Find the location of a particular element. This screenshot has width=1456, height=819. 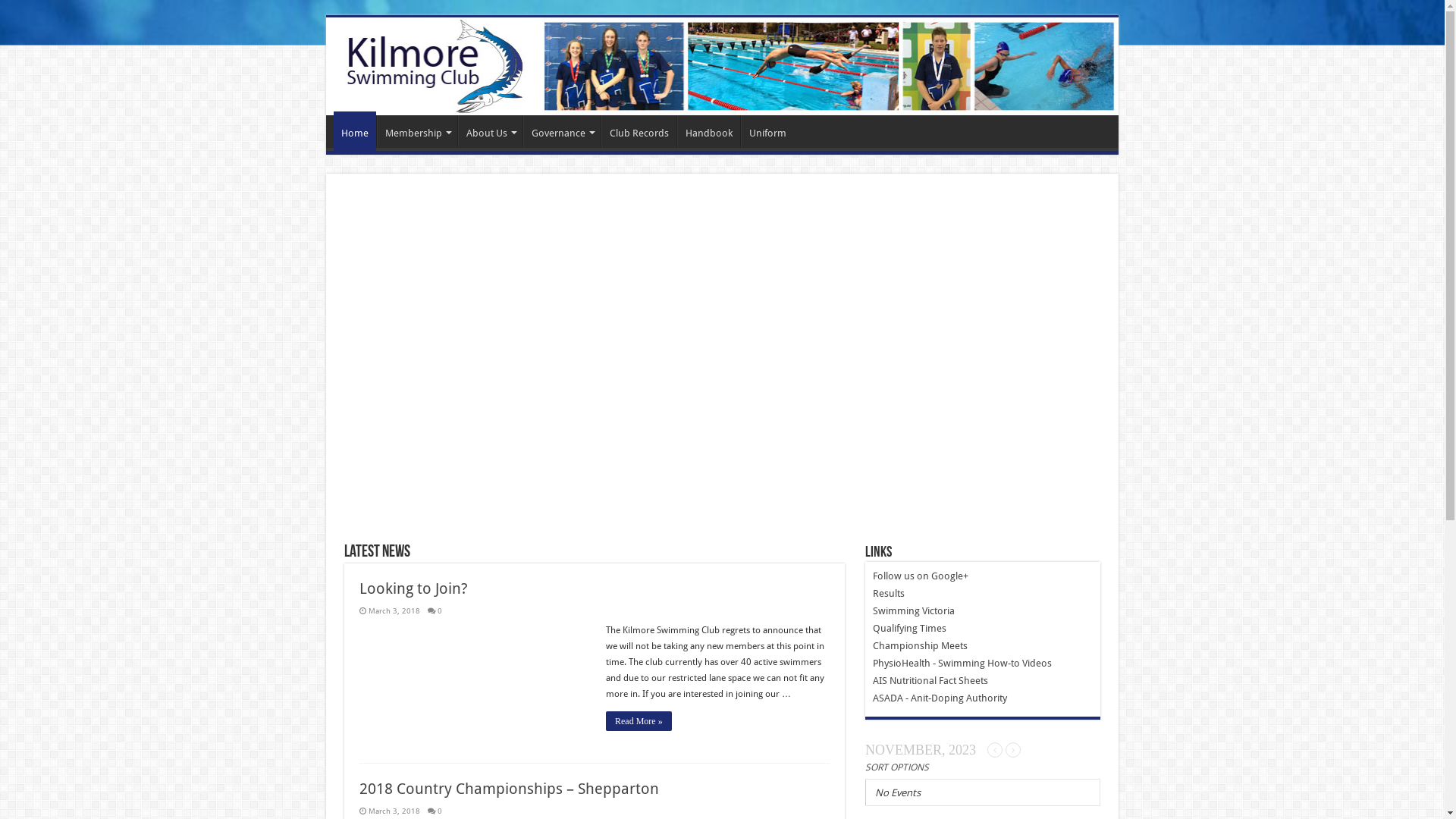

'Follow us on Google+' is located at coordinates (920, 576).